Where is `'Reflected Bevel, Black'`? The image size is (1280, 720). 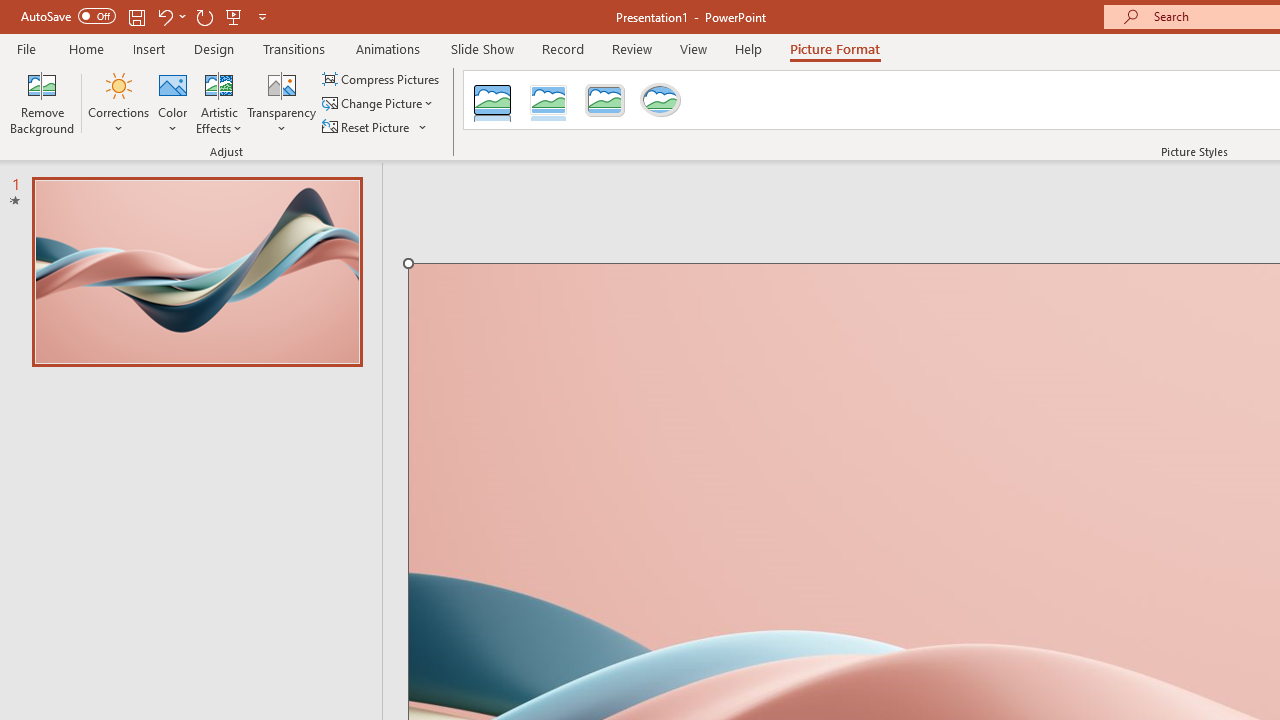 'Reflected Bevel, Black' is located at coordinates (492, 100).